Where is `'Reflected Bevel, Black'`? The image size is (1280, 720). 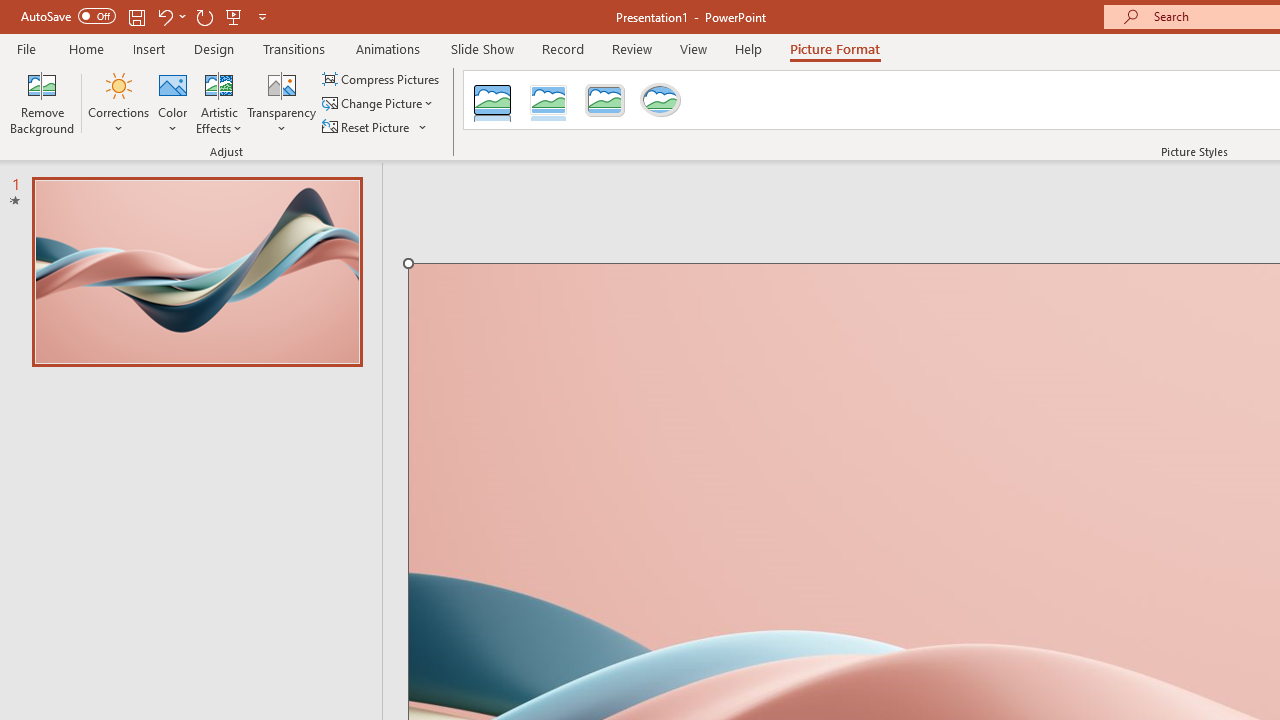 'Reflected Bevel, Black' is located at coordinates (492, 100).